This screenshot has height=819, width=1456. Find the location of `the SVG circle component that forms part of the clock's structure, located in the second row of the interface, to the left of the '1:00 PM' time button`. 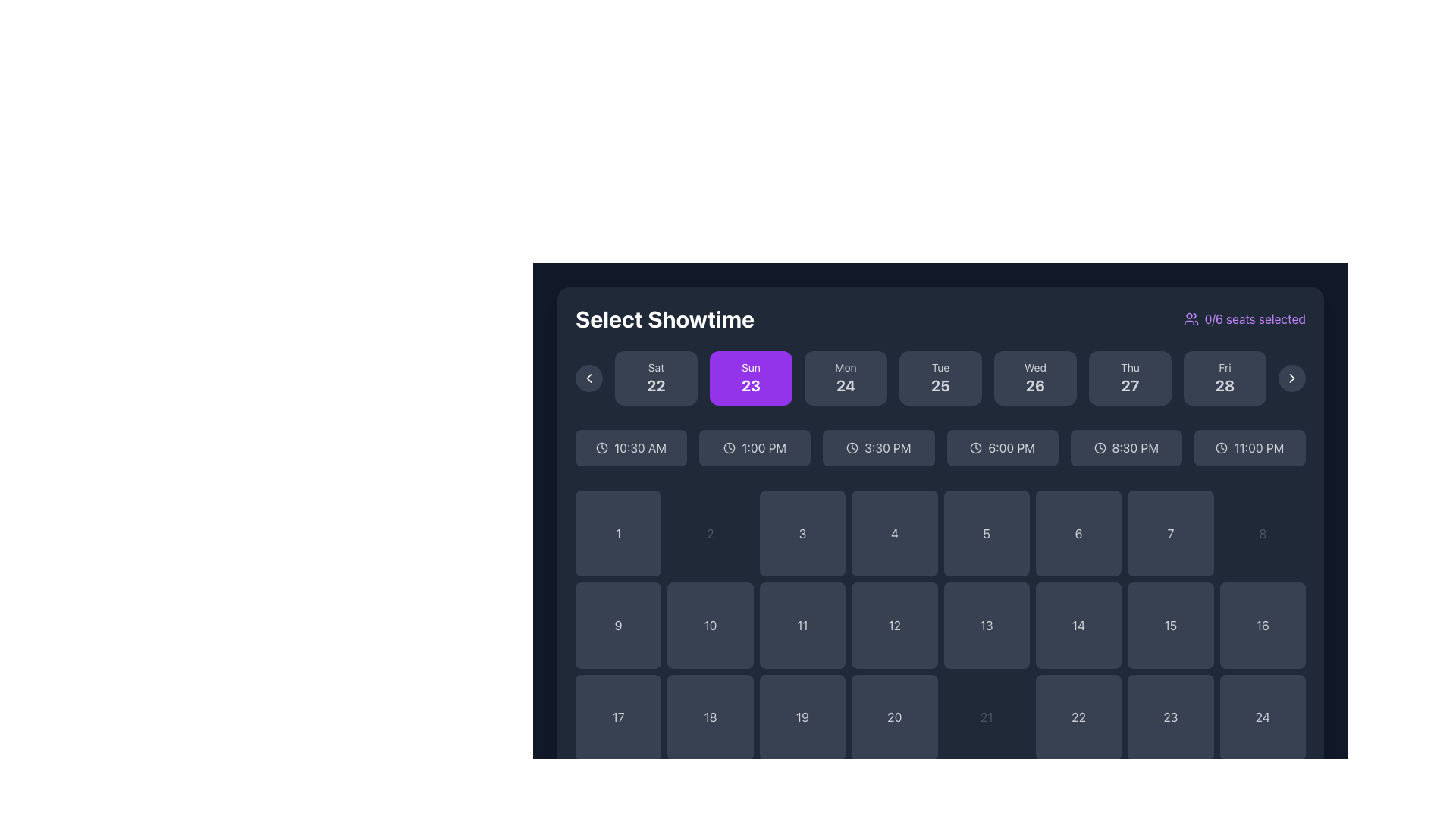

the SVG circle component that forms part of the clock's structure, located in the second row of the interface, to the left of the '1:00 PM' time button is located at coordinates (730, 447).